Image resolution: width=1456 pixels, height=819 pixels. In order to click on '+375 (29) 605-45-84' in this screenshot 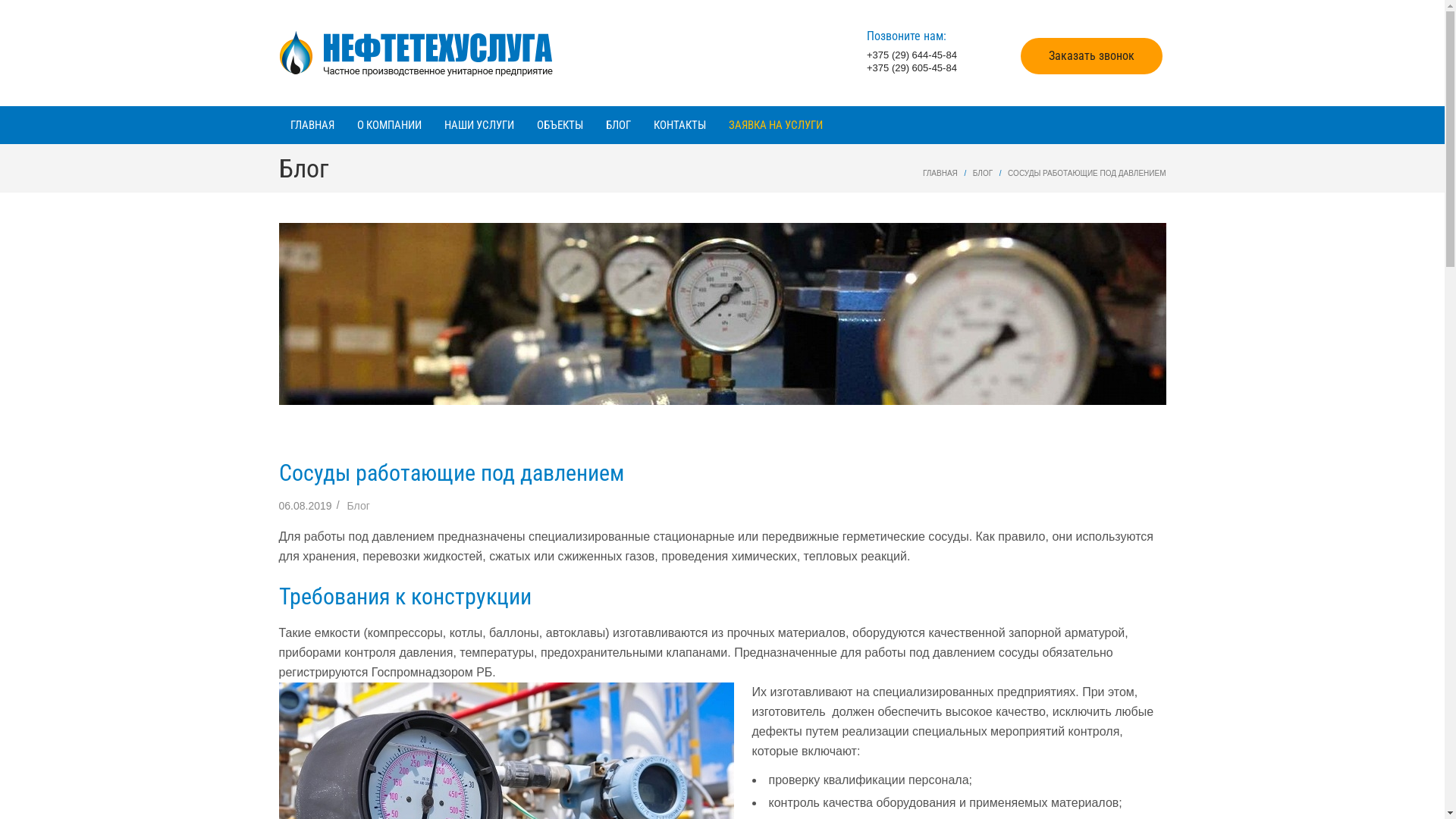, I will do `click(911, 67)`.